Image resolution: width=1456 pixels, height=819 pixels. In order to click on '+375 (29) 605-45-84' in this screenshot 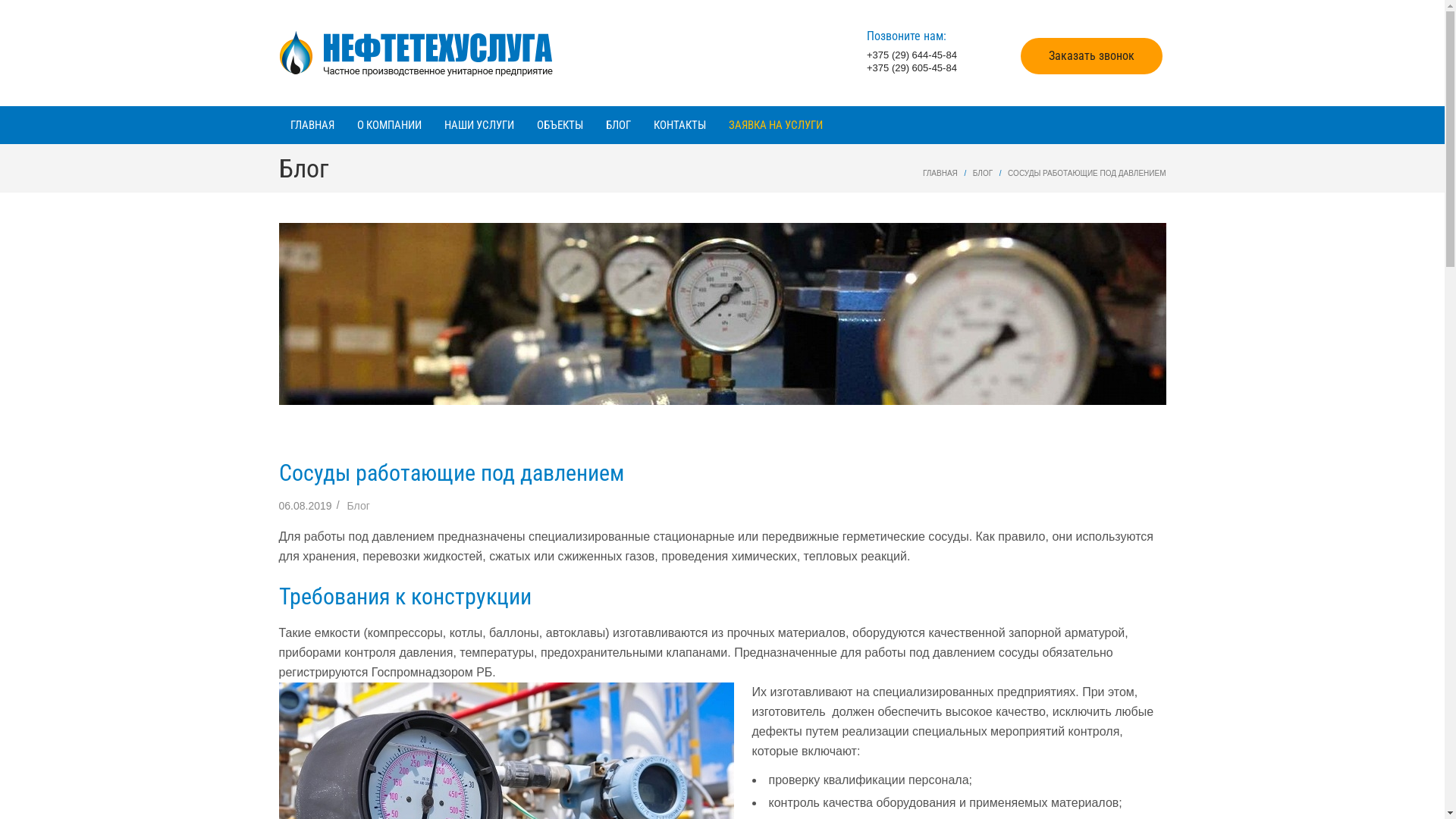, I will do `click(911, 67)`.